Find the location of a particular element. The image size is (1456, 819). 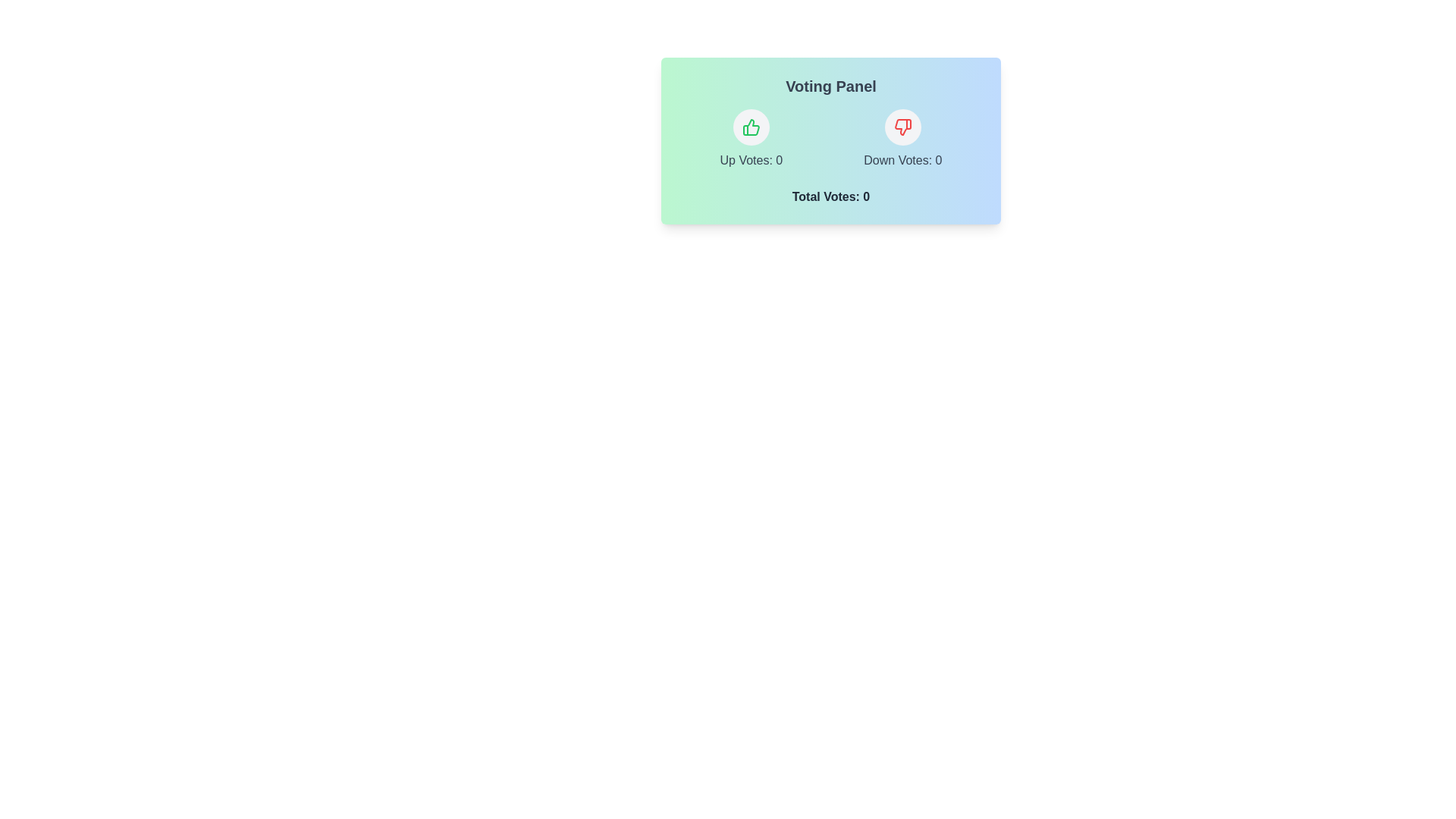

the green thumbs-up icon button located in the Voting Panel to register an upvote is located at coordinates (751, 127).